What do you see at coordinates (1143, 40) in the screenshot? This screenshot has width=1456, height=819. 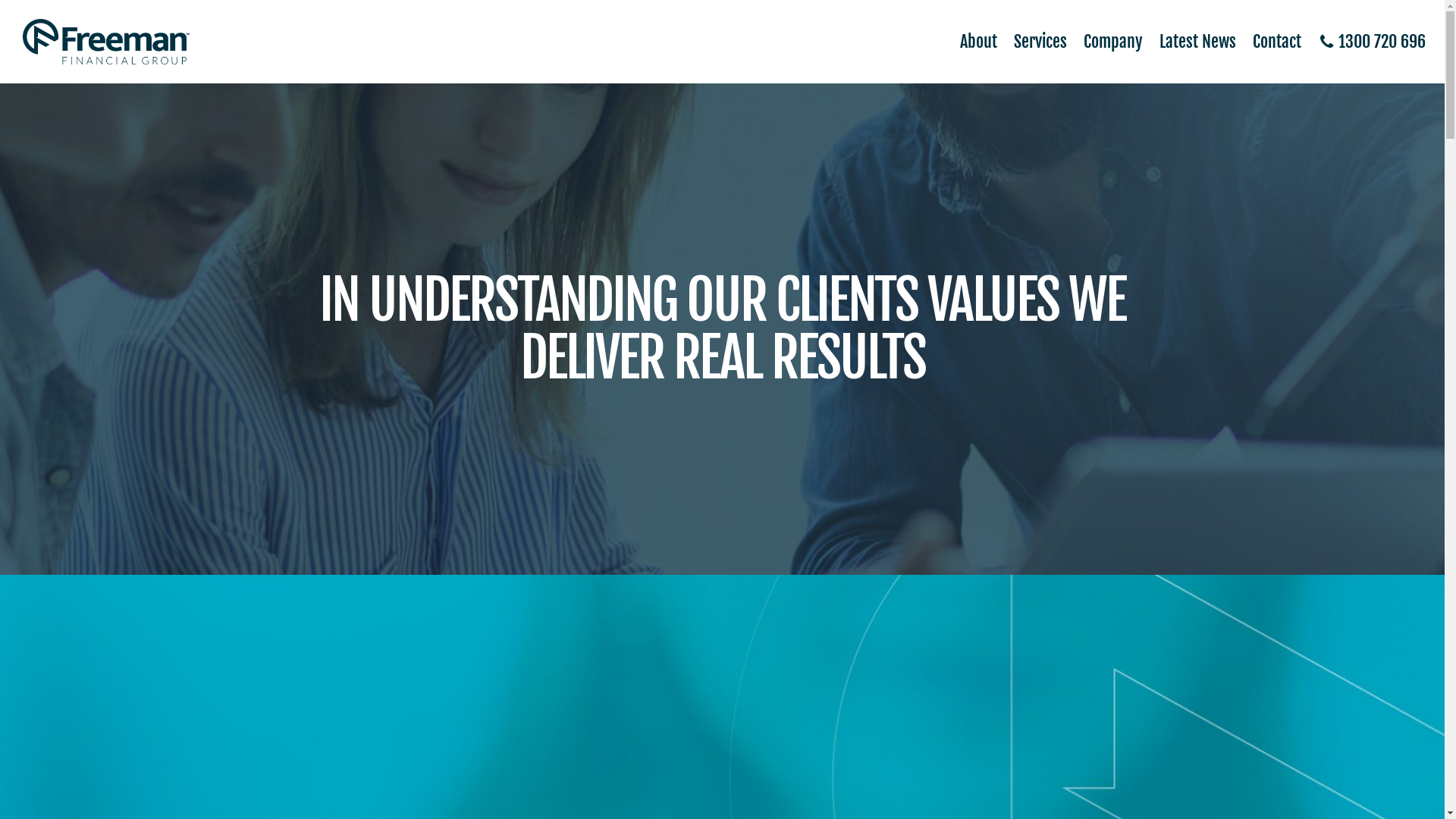 I see `'Latest News'` at bounding box center [1143, 40].